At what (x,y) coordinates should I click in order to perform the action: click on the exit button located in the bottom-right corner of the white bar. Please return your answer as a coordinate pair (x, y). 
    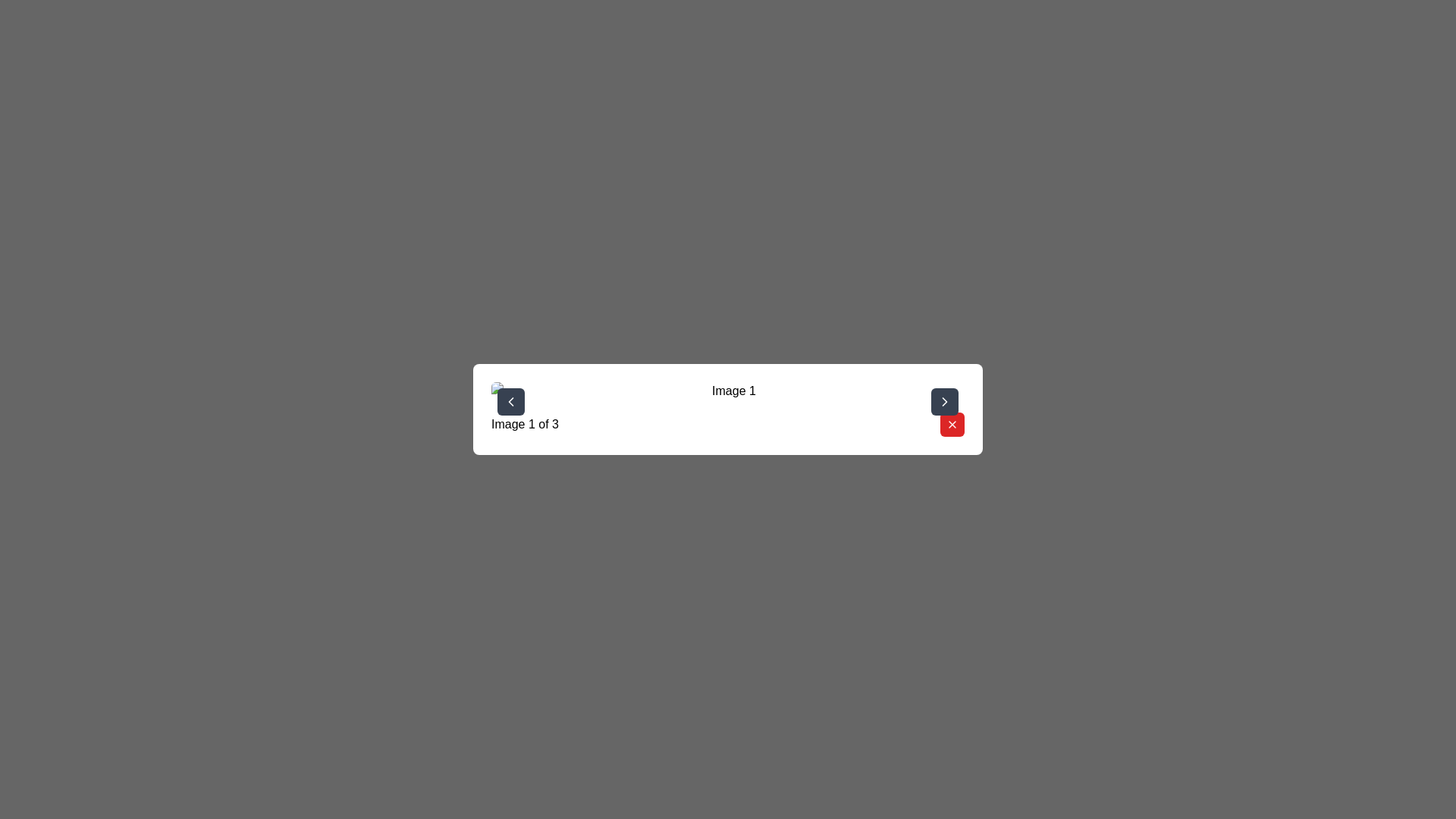
    Looking at the image, I should click on (952, 424).